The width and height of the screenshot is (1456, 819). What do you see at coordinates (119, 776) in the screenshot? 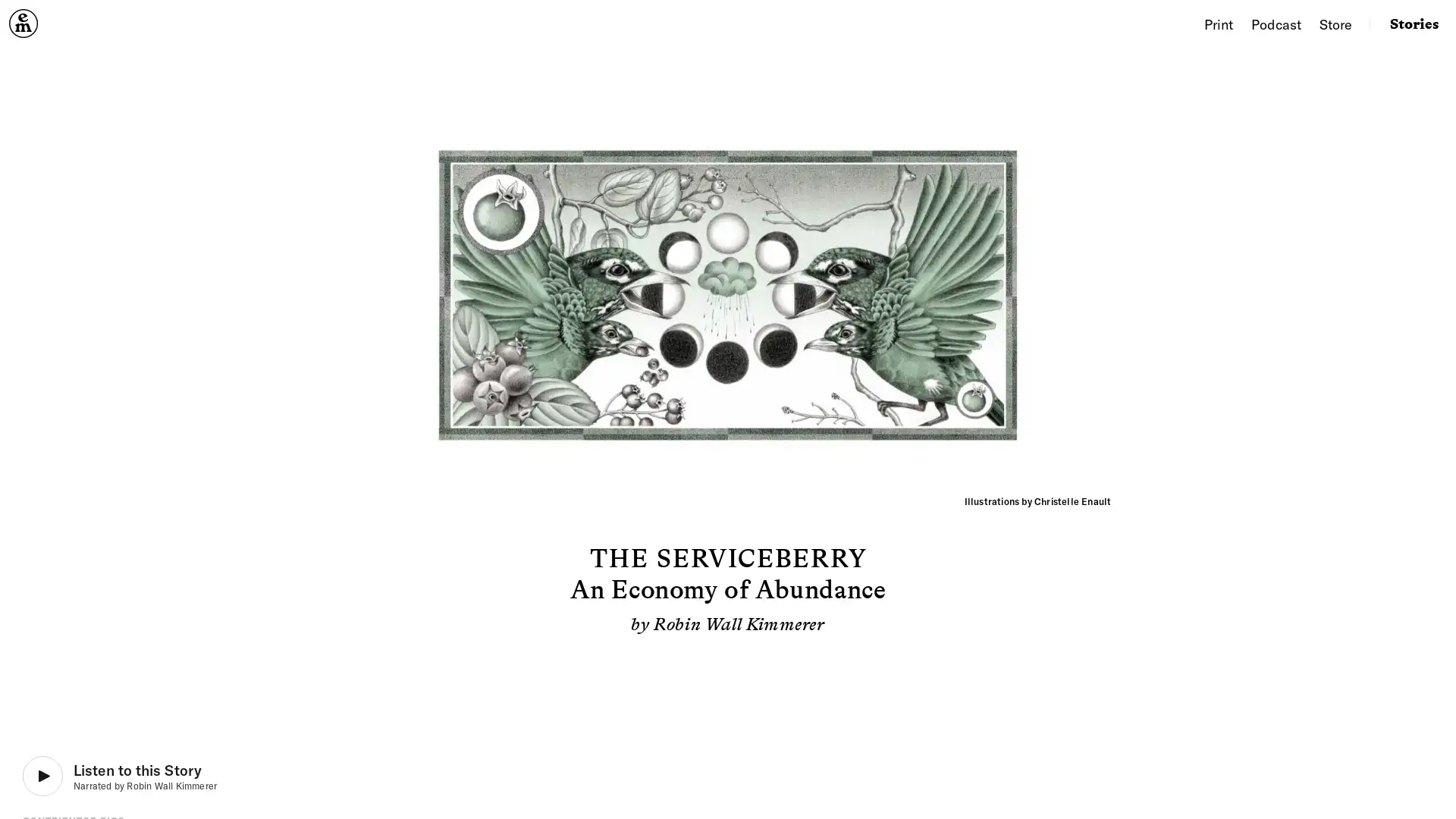
I see `Play` at bounding box center [119, 776].